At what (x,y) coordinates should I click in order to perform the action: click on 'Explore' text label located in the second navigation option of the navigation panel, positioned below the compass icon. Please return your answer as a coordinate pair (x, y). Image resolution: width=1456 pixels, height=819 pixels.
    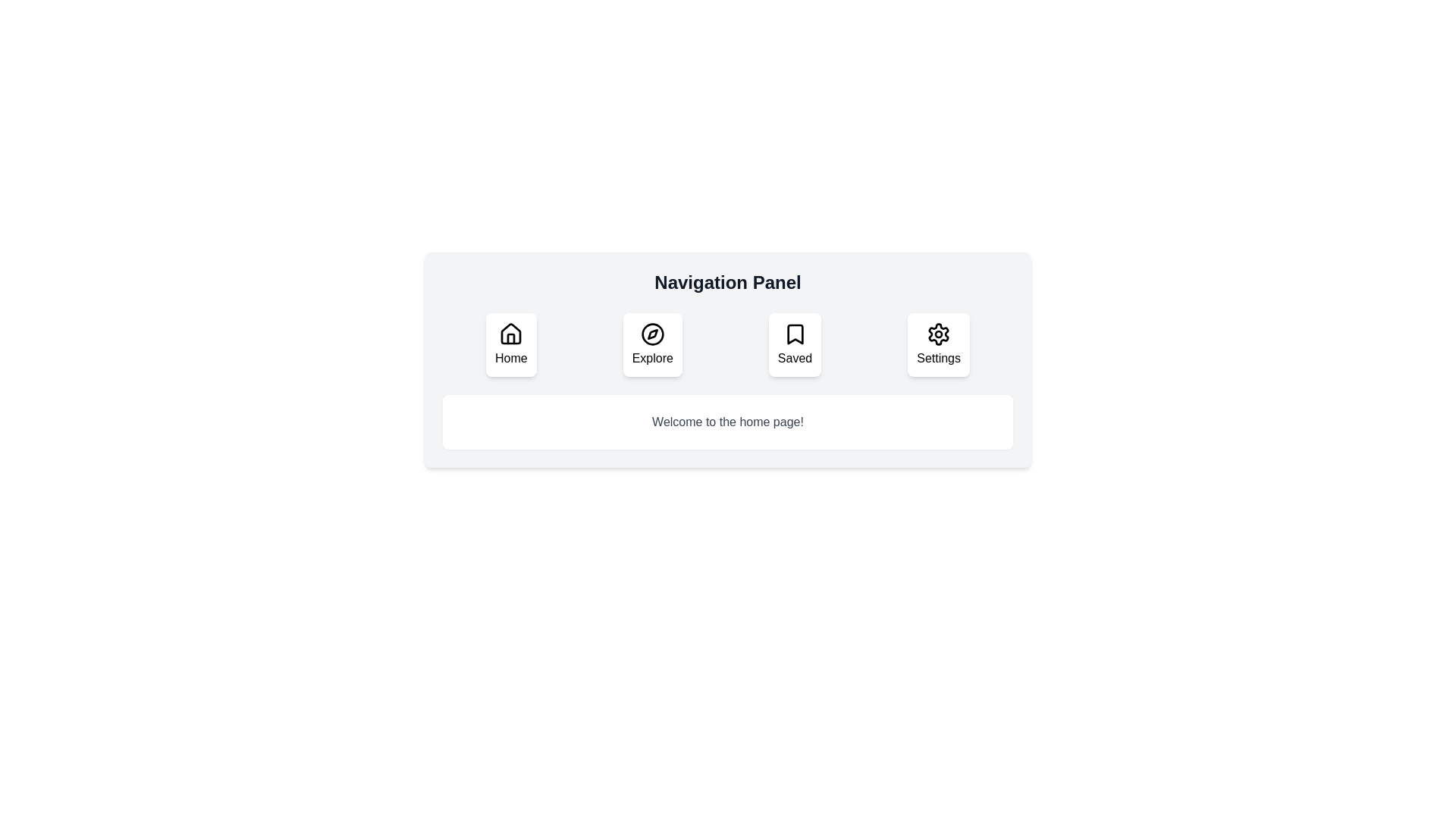
    Looking at the image, I should click on (652, 359).